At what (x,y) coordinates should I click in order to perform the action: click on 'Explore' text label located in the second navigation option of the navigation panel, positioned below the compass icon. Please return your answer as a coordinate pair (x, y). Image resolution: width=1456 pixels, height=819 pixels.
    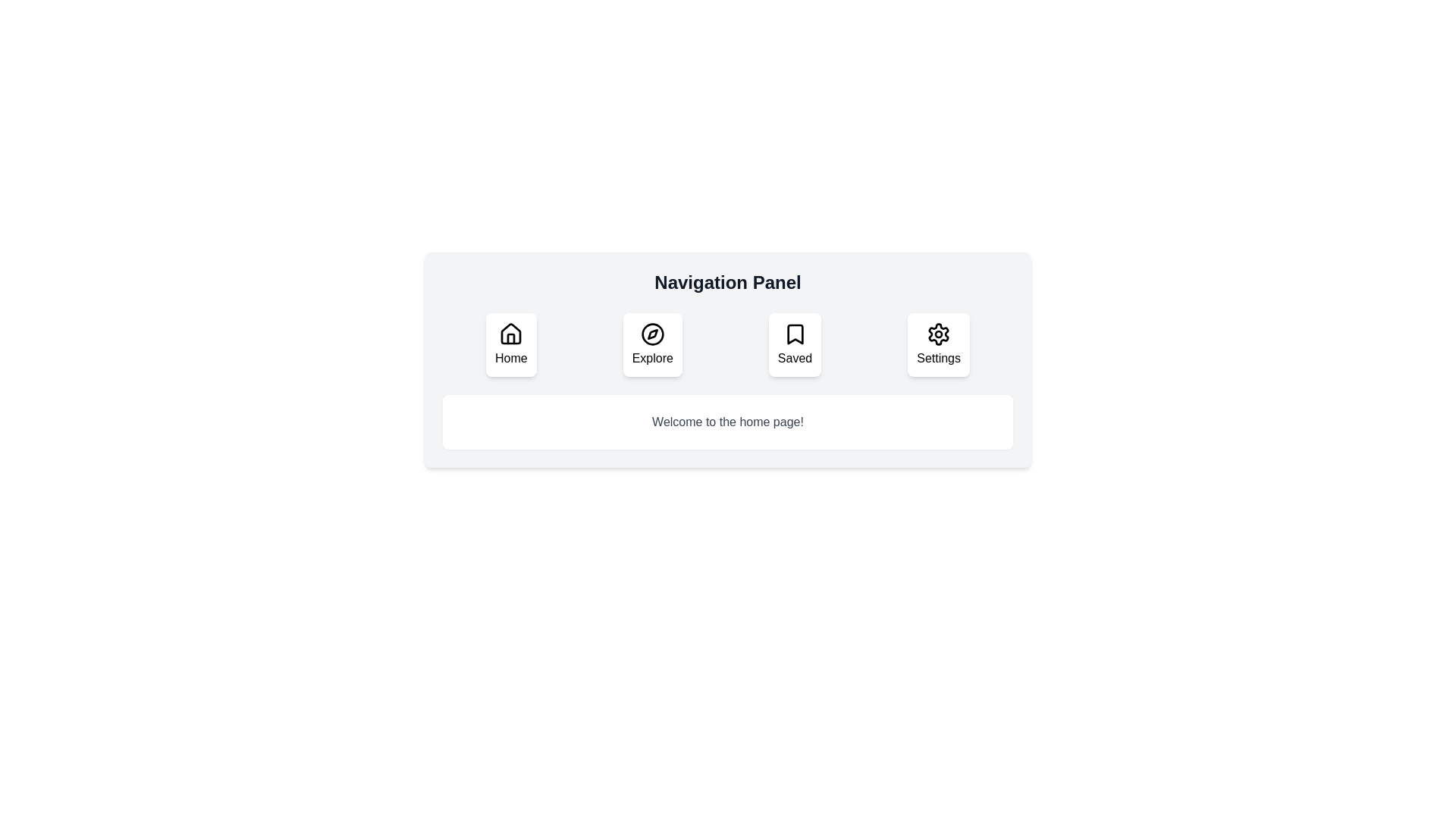
    Looking at the image, I should click on (652, 359).